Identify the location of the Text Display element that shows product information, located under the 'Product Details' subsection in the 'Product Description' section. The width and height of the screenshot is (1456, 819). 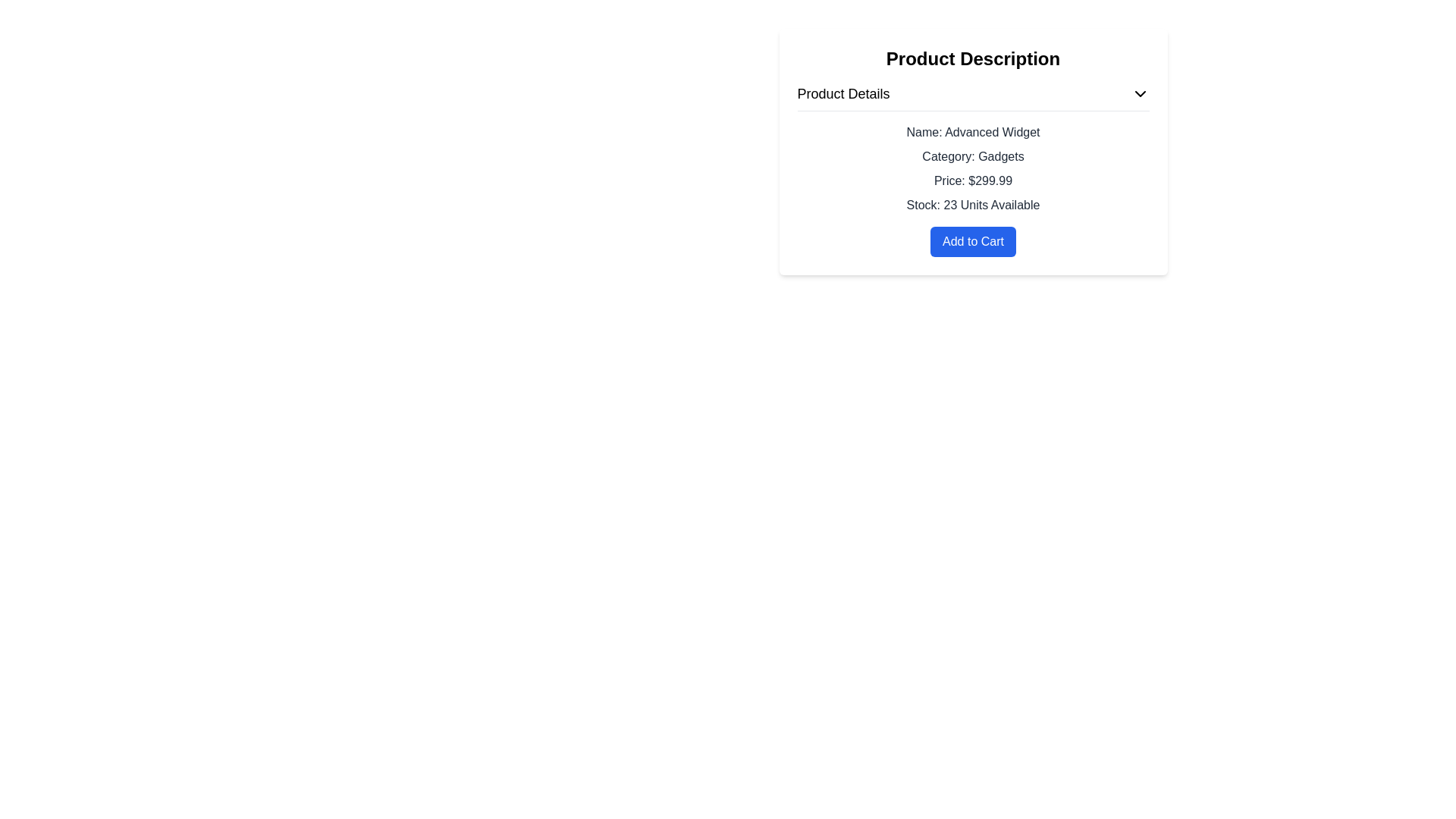
(973, 169).